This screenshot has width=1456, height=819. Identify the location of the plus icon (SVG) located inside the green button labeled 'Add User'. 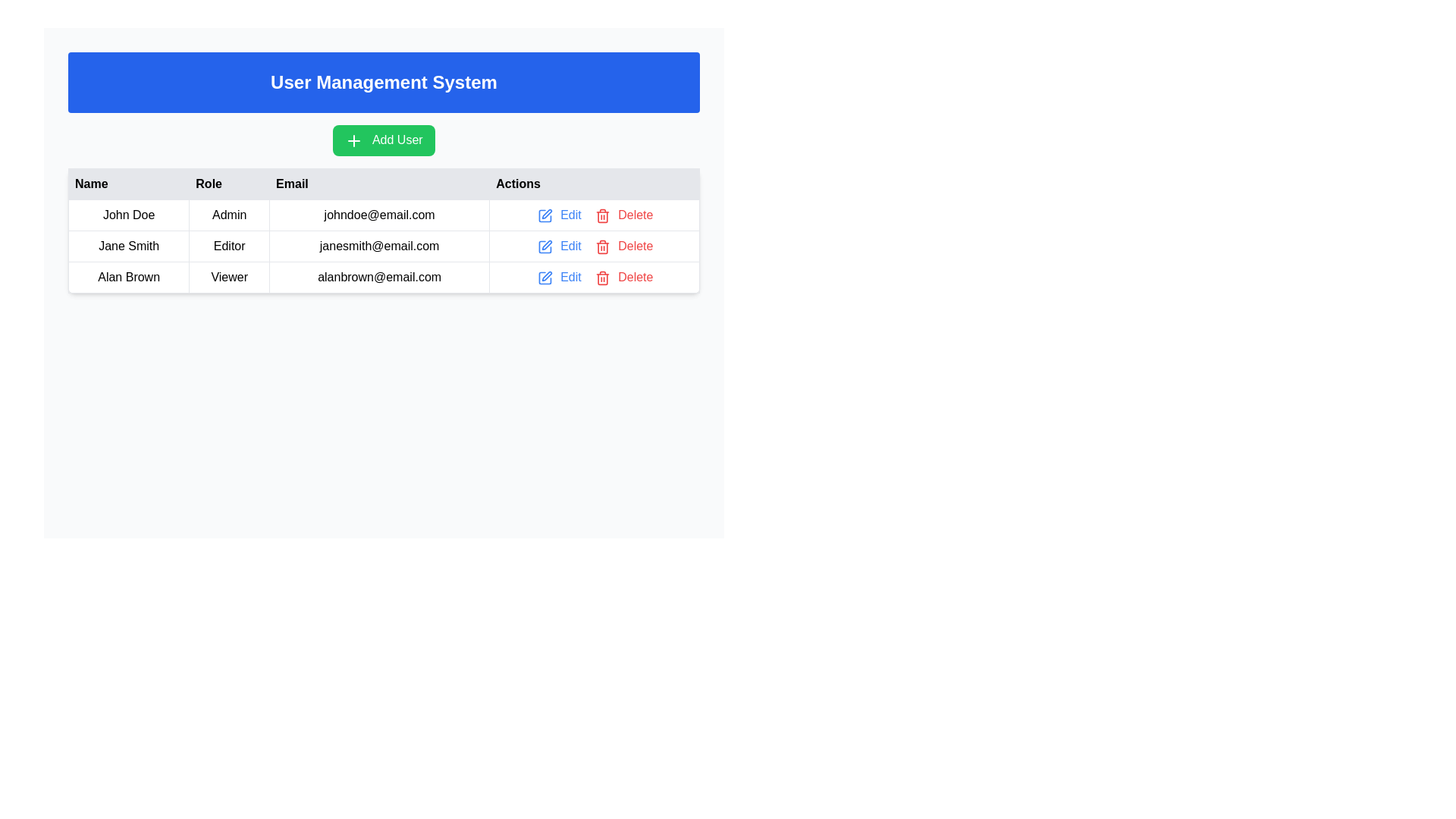
(353, 140).